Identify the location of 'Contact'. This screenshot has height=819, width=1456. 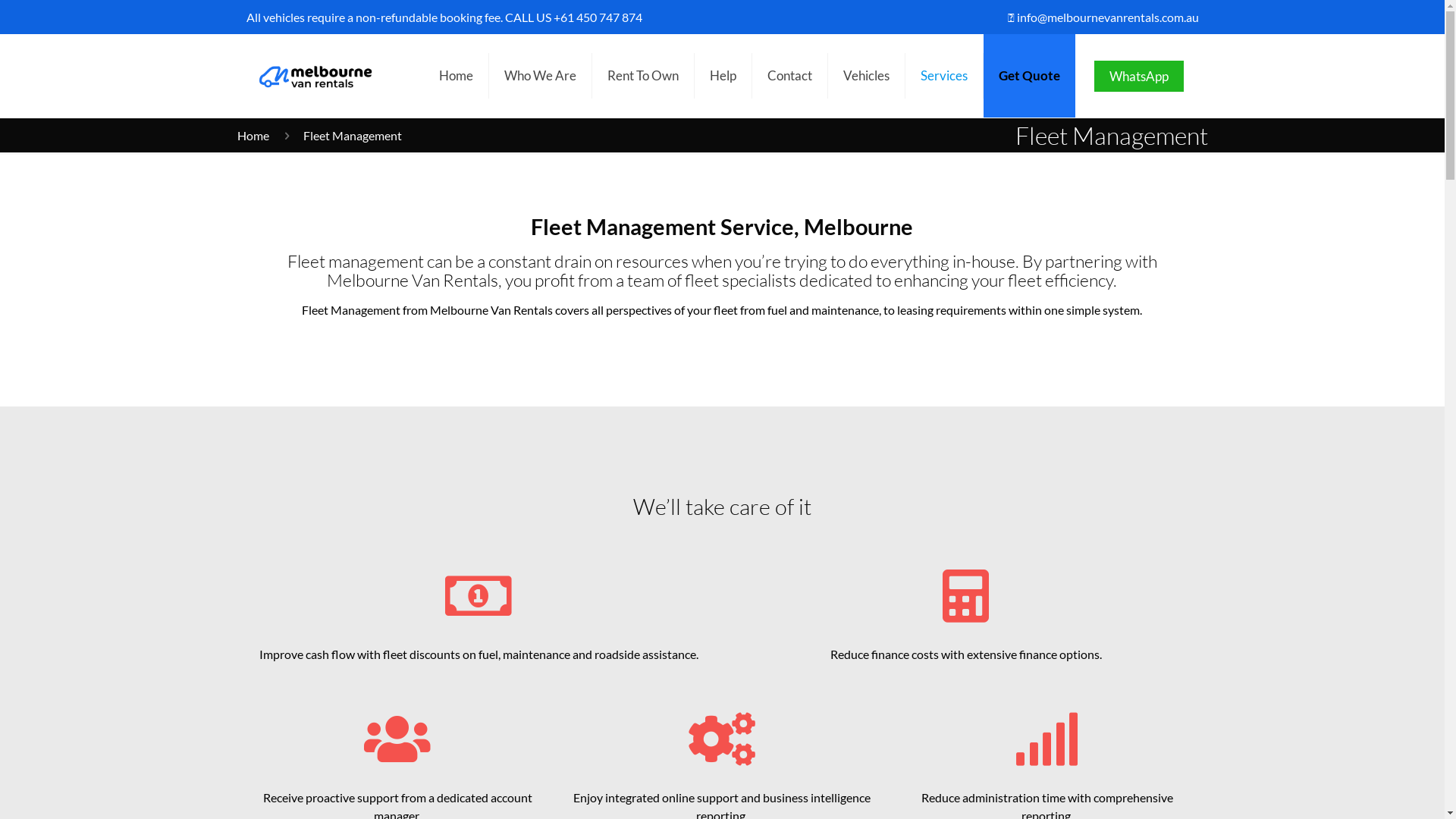
(789, 76).